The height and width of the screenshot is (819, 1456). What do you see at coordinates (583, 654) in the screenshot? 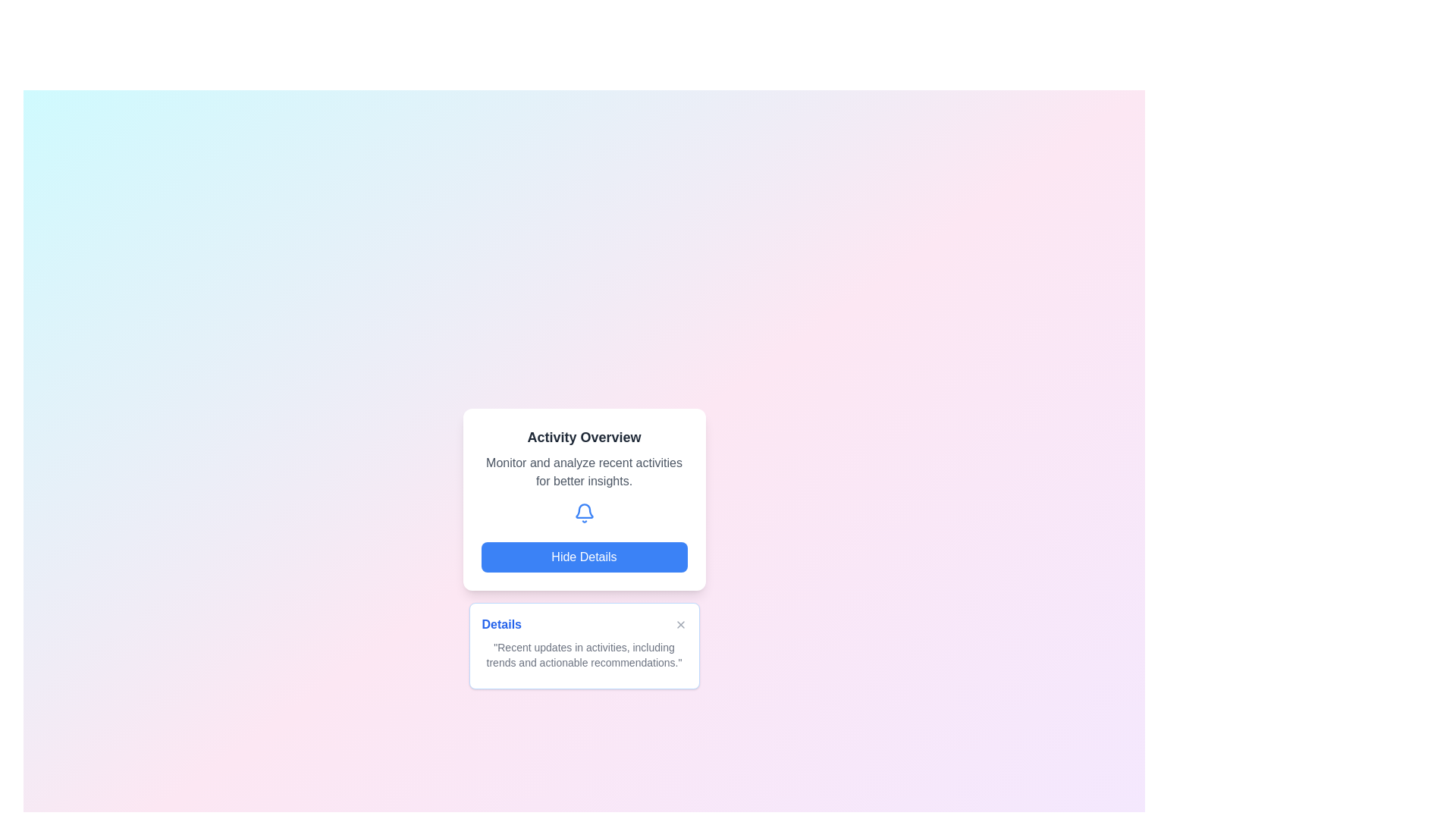
I see `static text component providing supplementary information related to the topic of 'Details', located at the bottom of the card below the bold-text header` at bounding box center [583, 654].